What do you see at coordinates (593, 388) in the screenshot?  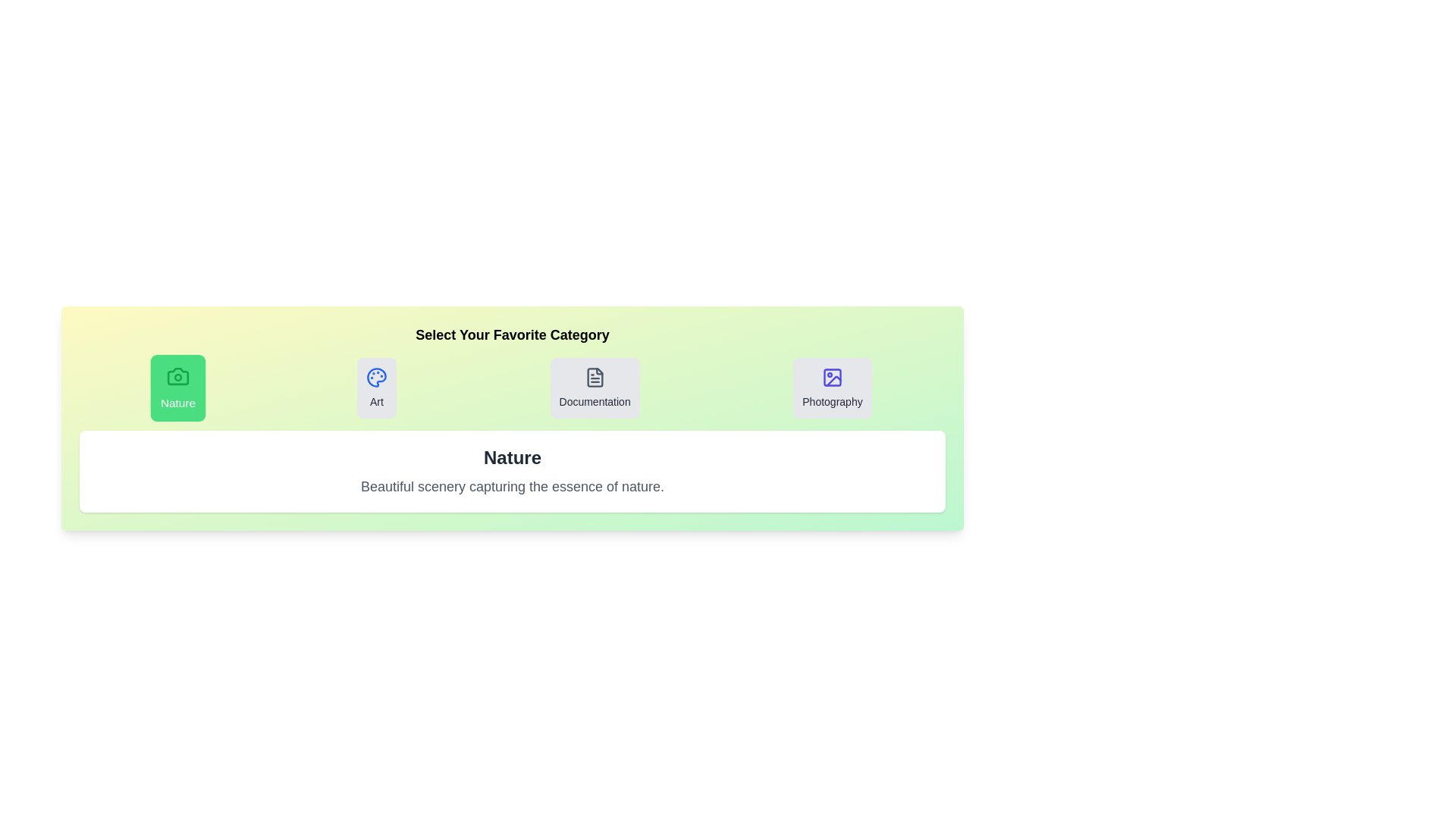 I see `the tab for Documentation to observe the hover effect` at bounding box center [593, 388].